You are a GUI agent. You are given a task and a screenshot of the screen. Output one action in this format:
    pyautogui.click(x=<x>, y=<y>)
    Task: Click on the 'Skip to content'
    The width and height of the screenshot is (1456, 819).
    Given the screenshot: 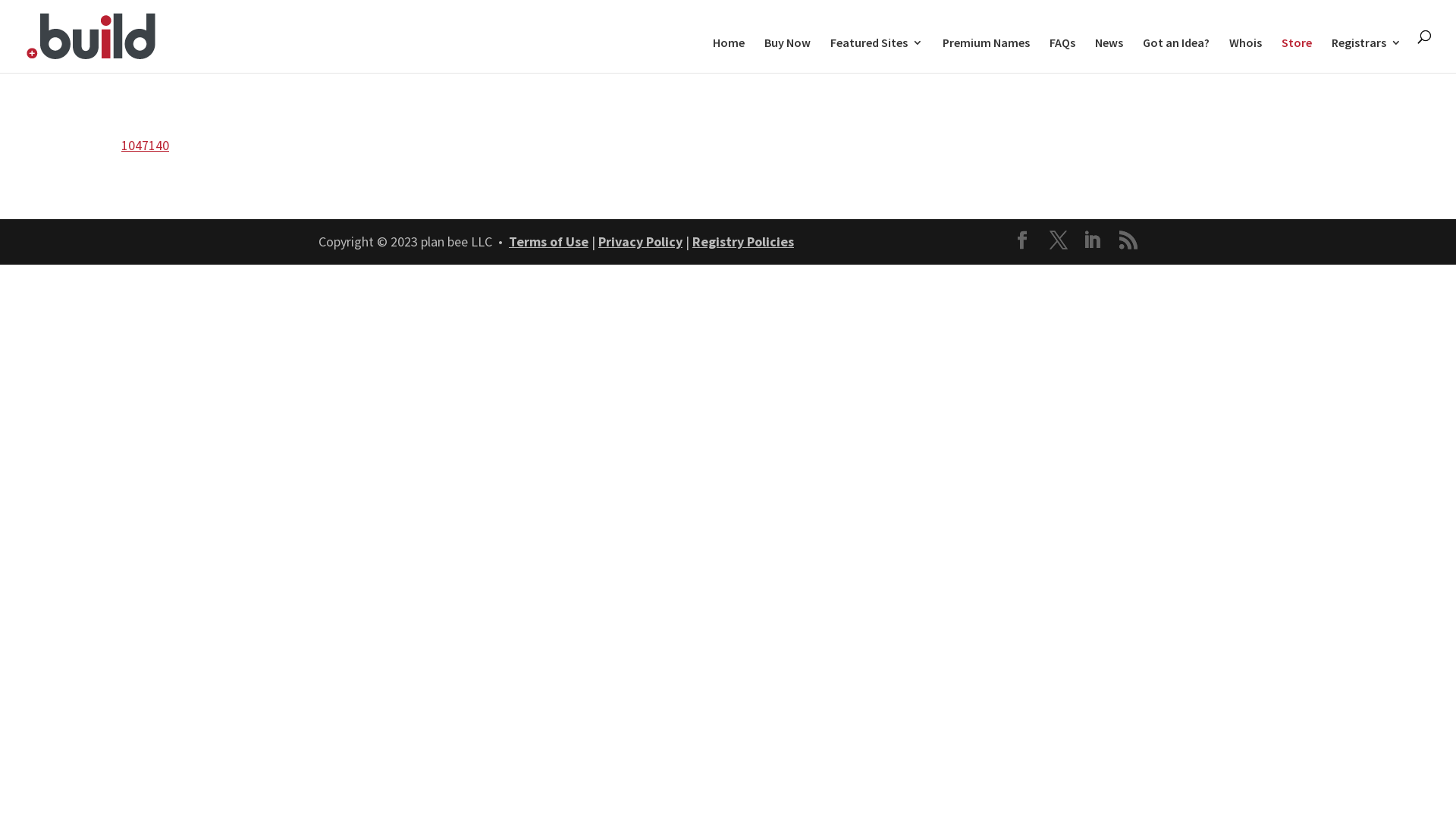 What is the action you would take?
    pyautogui.click(x=0, y=0)
    